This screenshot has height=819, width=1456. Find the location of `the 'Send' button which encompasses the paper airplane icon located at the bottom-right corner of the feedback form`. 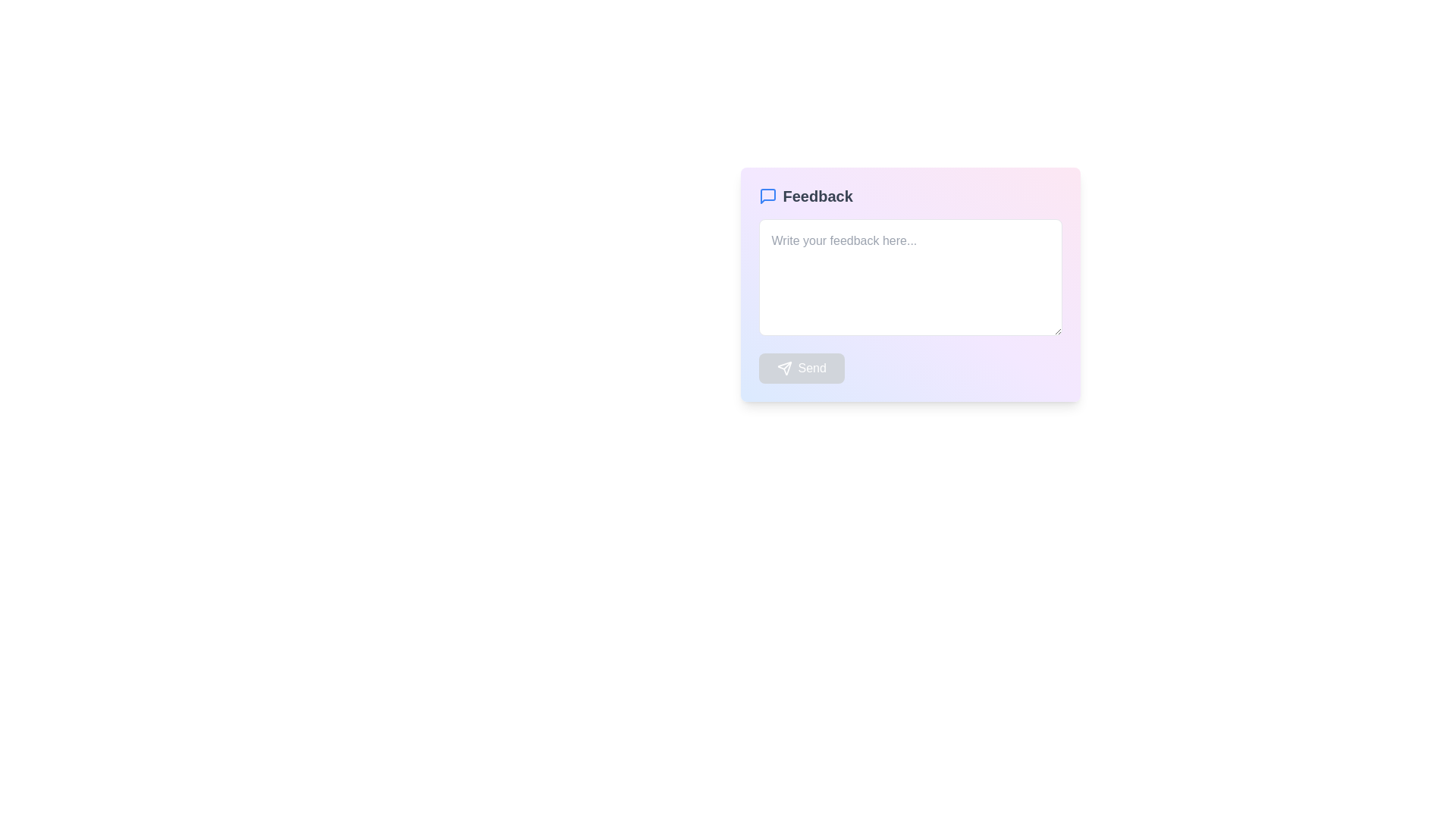

the 'Send' button which encompasses the paper airplane icon located at the bottom-right corner of the feedback form is located at coordinates (784, 369).